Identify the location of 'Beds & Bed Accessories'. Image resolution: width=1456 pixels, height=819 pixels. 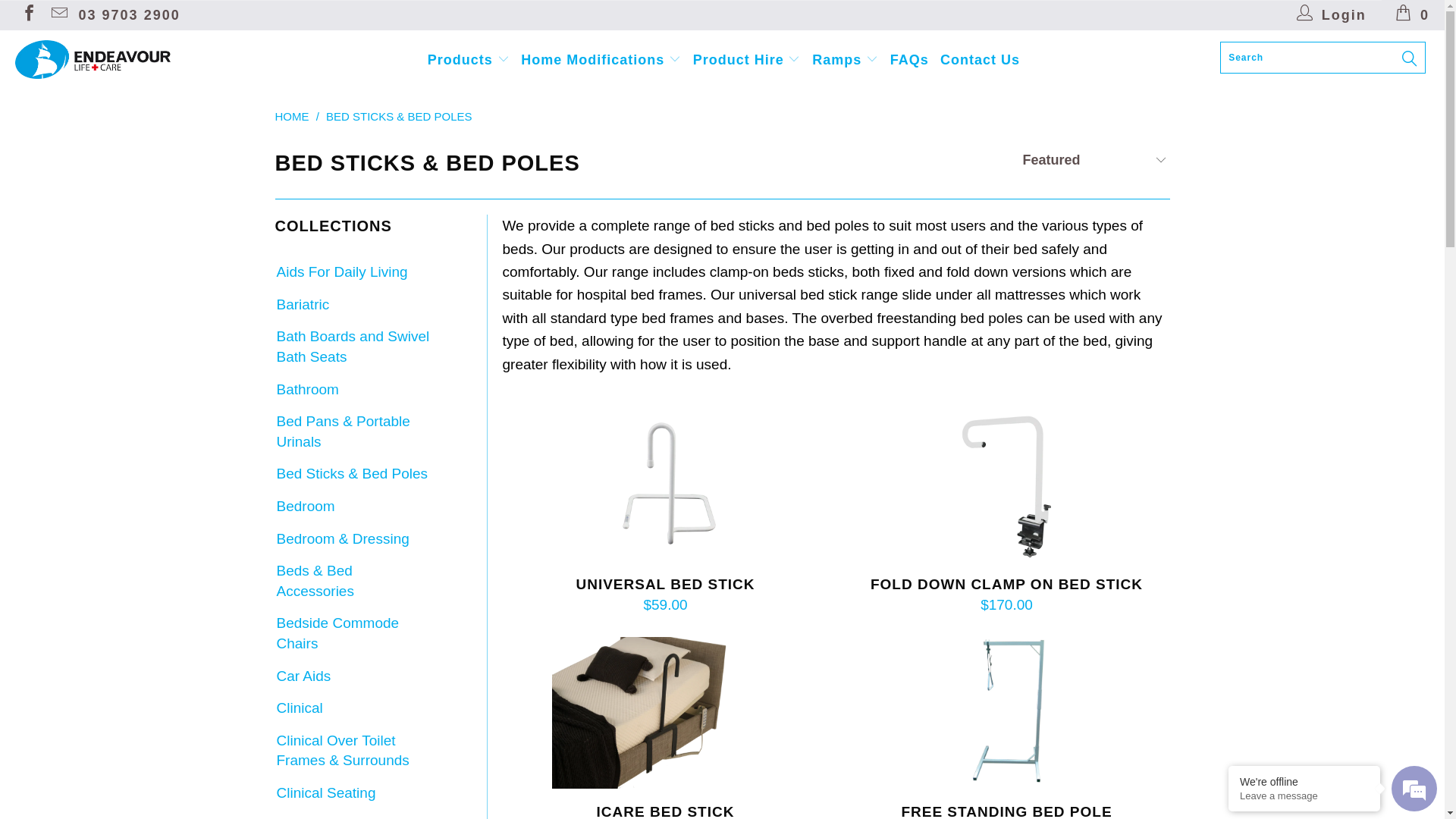
(352, 580).